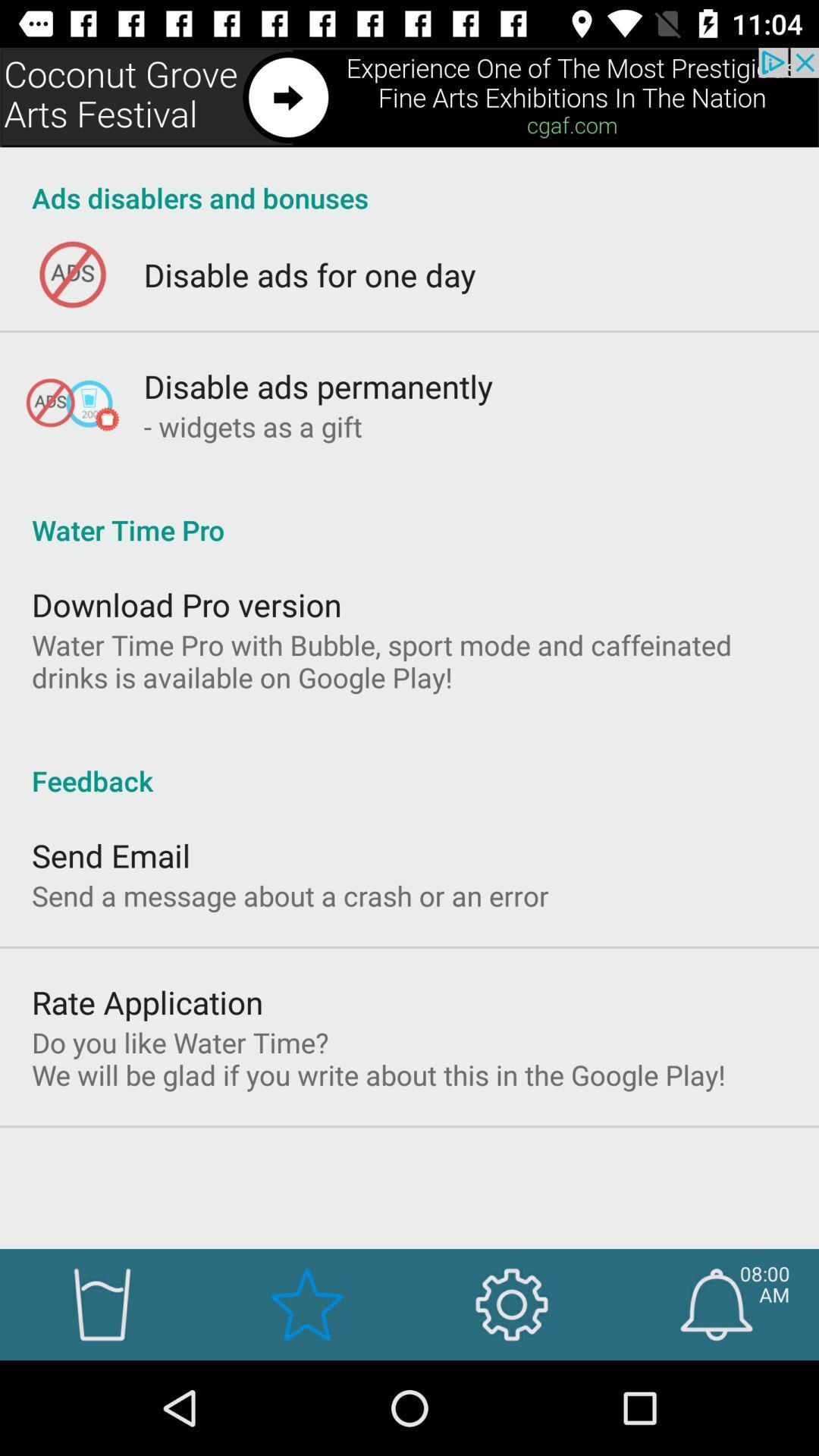  Describe the element at coordinates (409, 96) in the screenshot. I see `click the advertisement` at that location.